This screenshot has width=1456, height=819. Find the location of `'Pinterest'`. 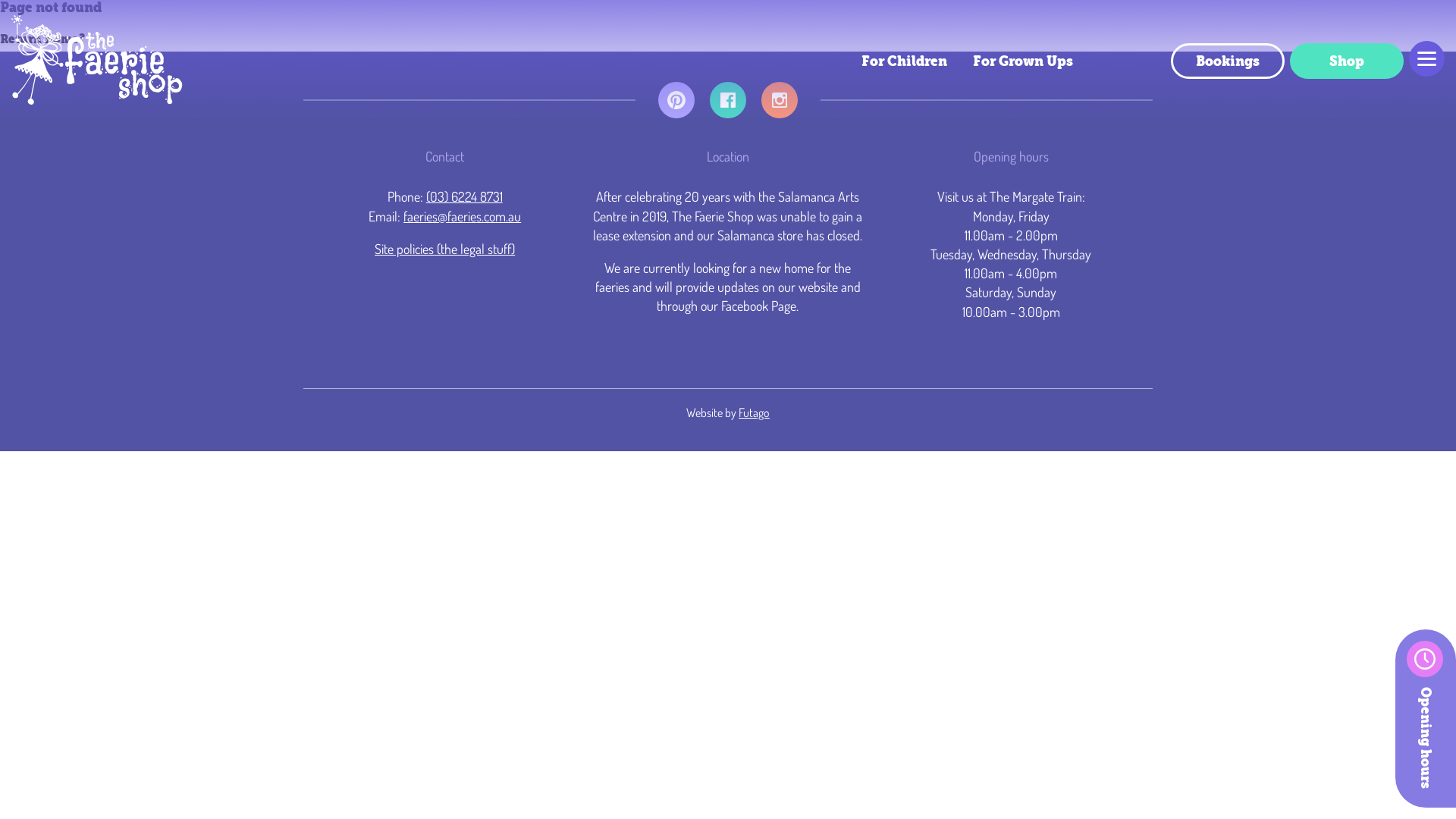

'Pinterest' is located at coordinates (676, 110).